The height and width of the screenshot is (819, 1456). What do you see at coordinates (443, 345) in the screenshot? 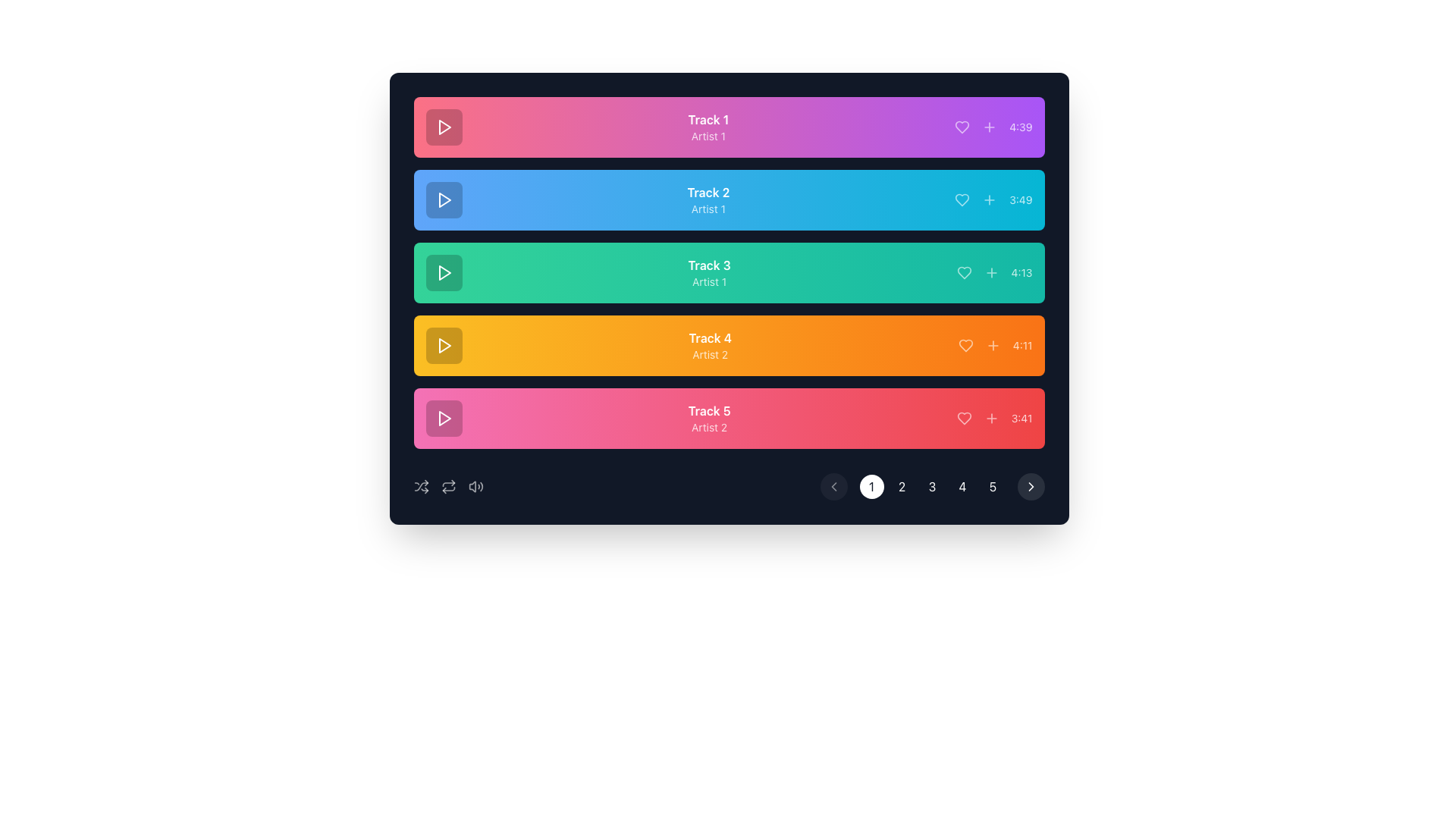
I see `the triangular play icon button located to the left of the 'Track 4' and 'Artist 2' text labels to play the track` at bounding box center [443, 345].